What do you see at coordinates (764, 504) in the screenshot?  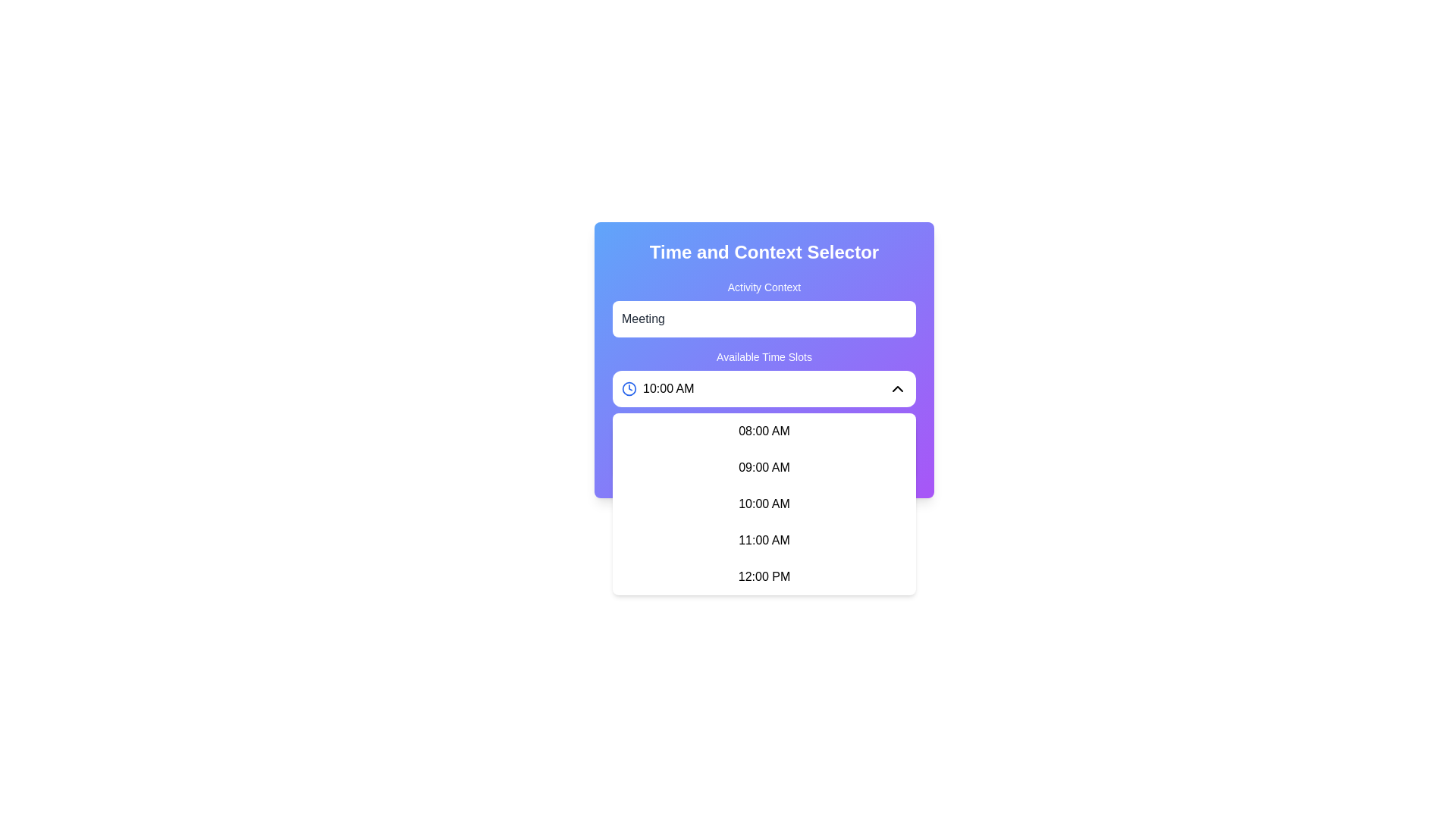 I see `the dropdown menu containing selectable options for time slots, which is styled as a white, rounded-rectangle box located below the 'Available Time Slots' label` at bounding box center [764, 504].